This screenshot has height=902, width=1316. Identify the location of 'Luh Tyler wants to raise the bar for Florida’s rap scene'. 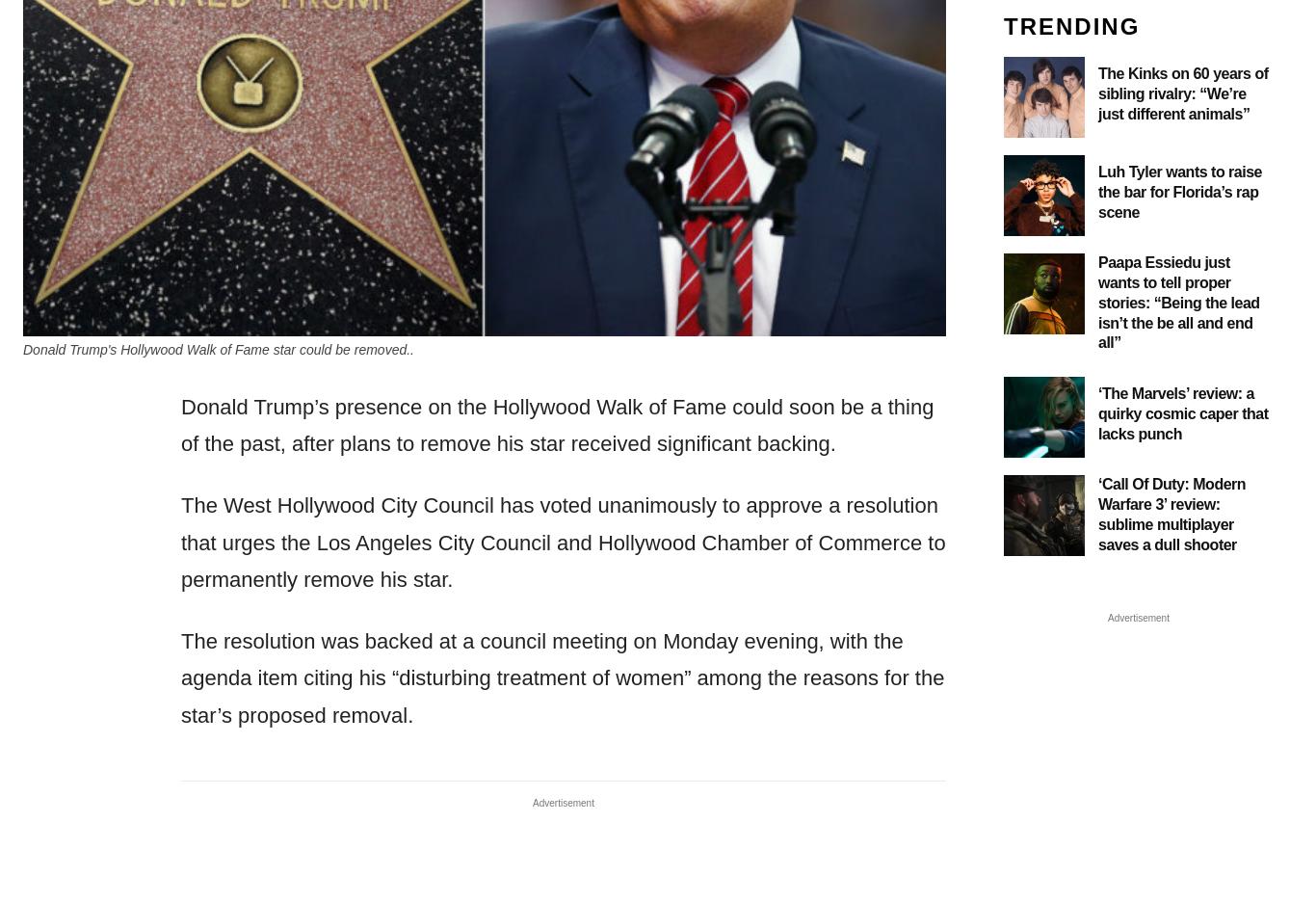
(1179, 191).